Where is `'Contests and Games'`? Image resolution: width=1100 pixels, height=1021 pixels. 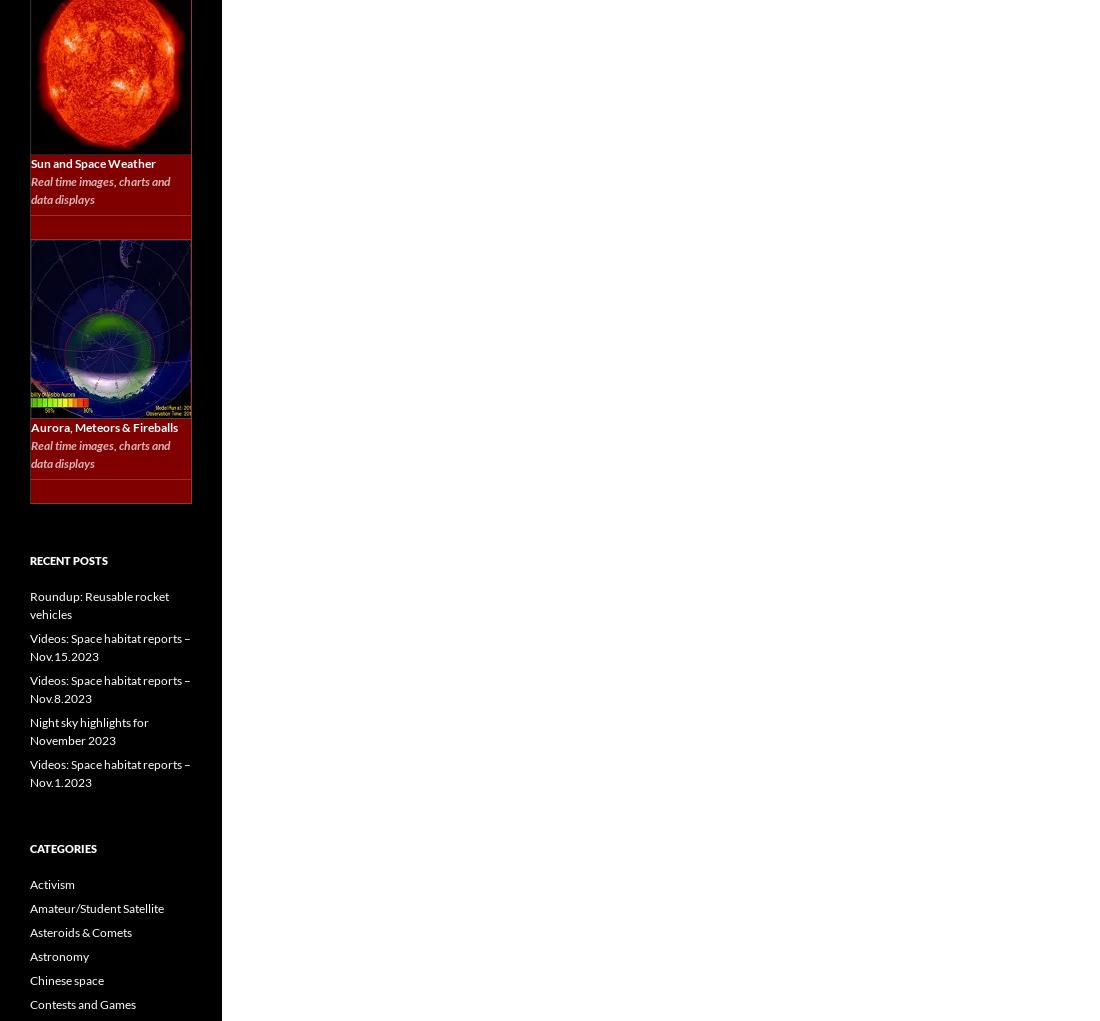 'Contests and Games' is located at coordinates (83, 1004).